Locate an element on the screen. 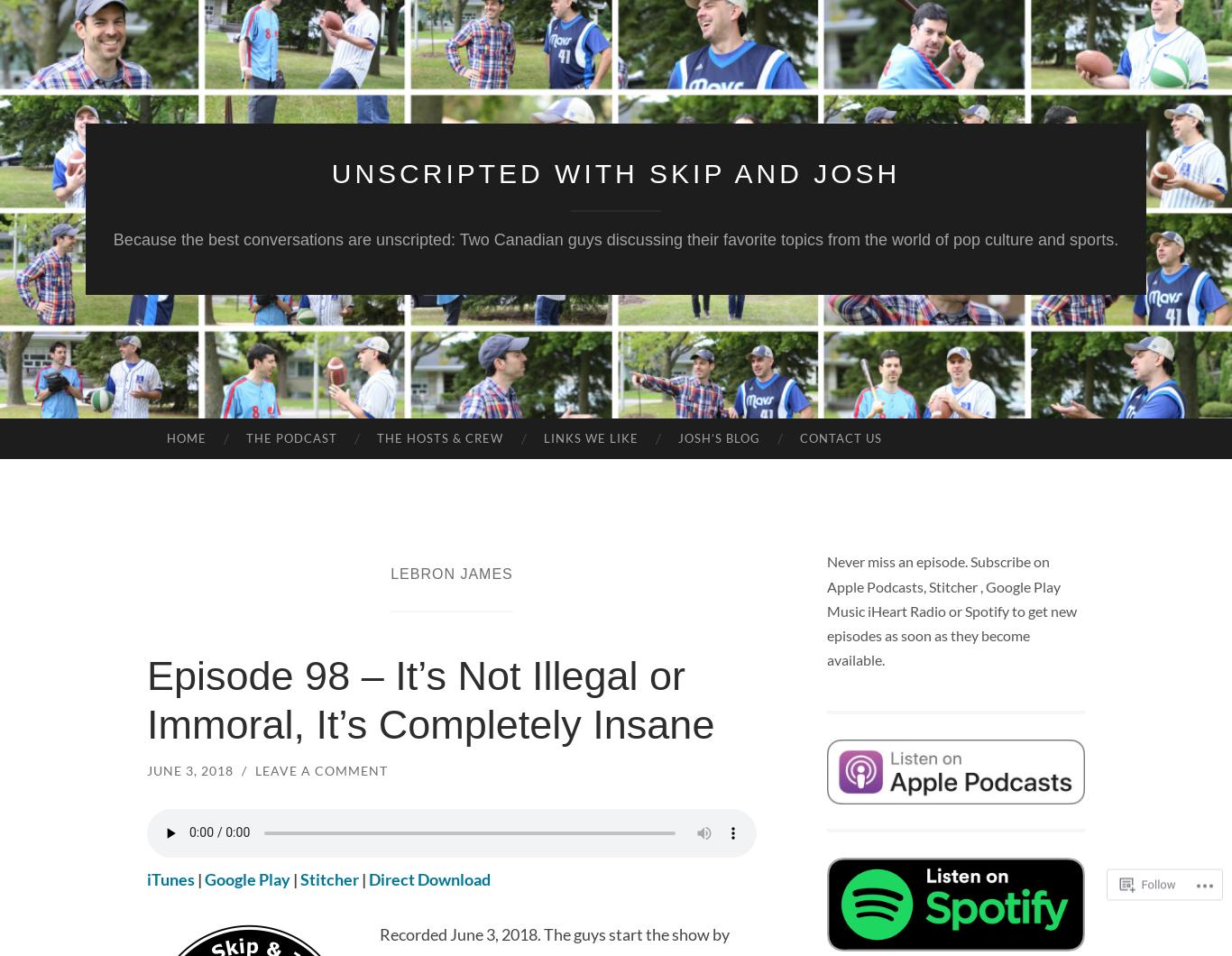  'Direct Download' is located at coordinates (429, 878).